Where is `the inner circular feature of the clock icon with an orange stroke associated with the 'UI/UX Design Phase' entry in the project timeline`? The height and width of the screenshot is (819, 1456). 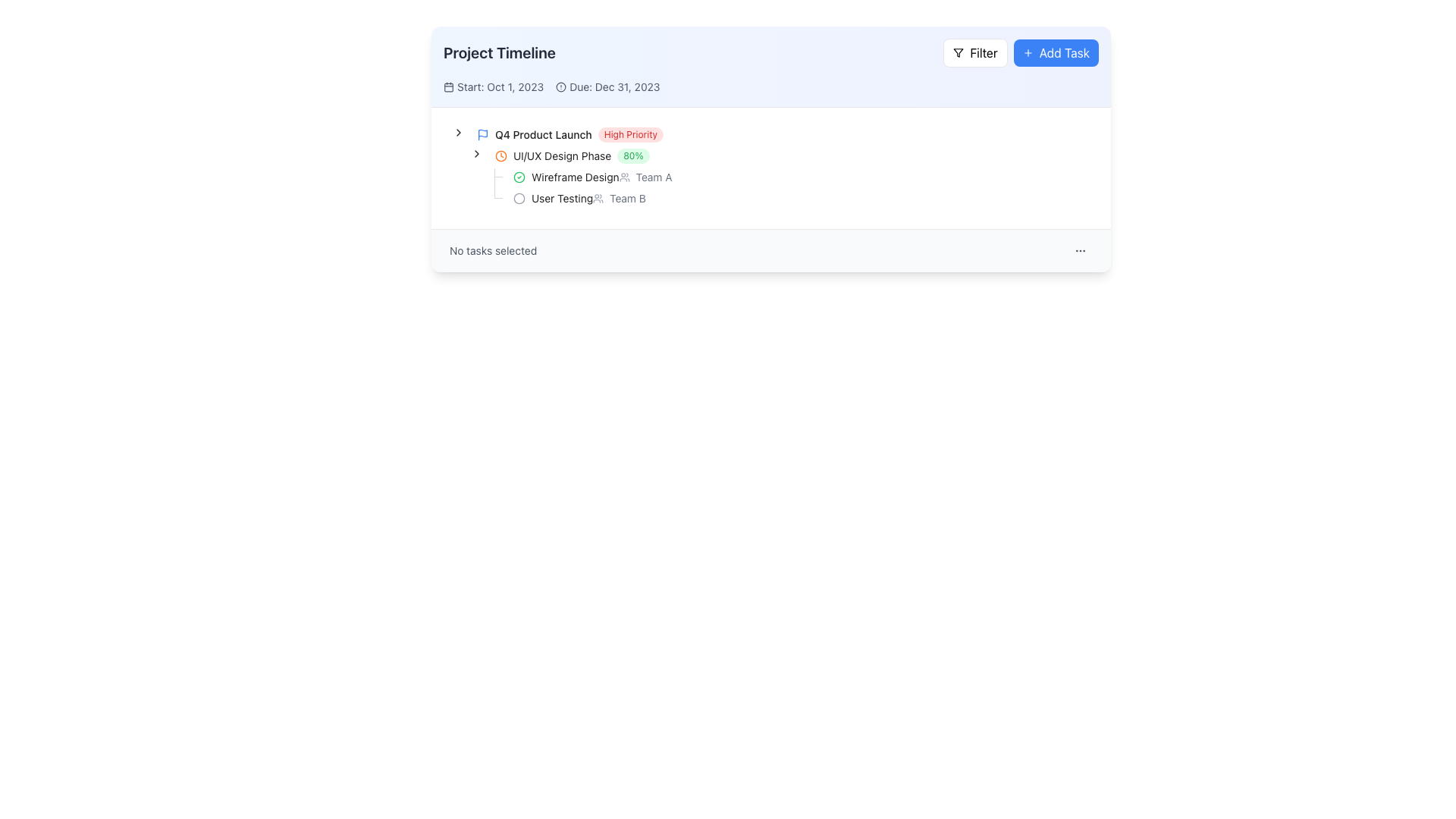 the inner circular feature of the clock icon with an orange stroke associated with the 'UI/UX Design Phase' entry in the project timeline is located at coordinates (501, 155).